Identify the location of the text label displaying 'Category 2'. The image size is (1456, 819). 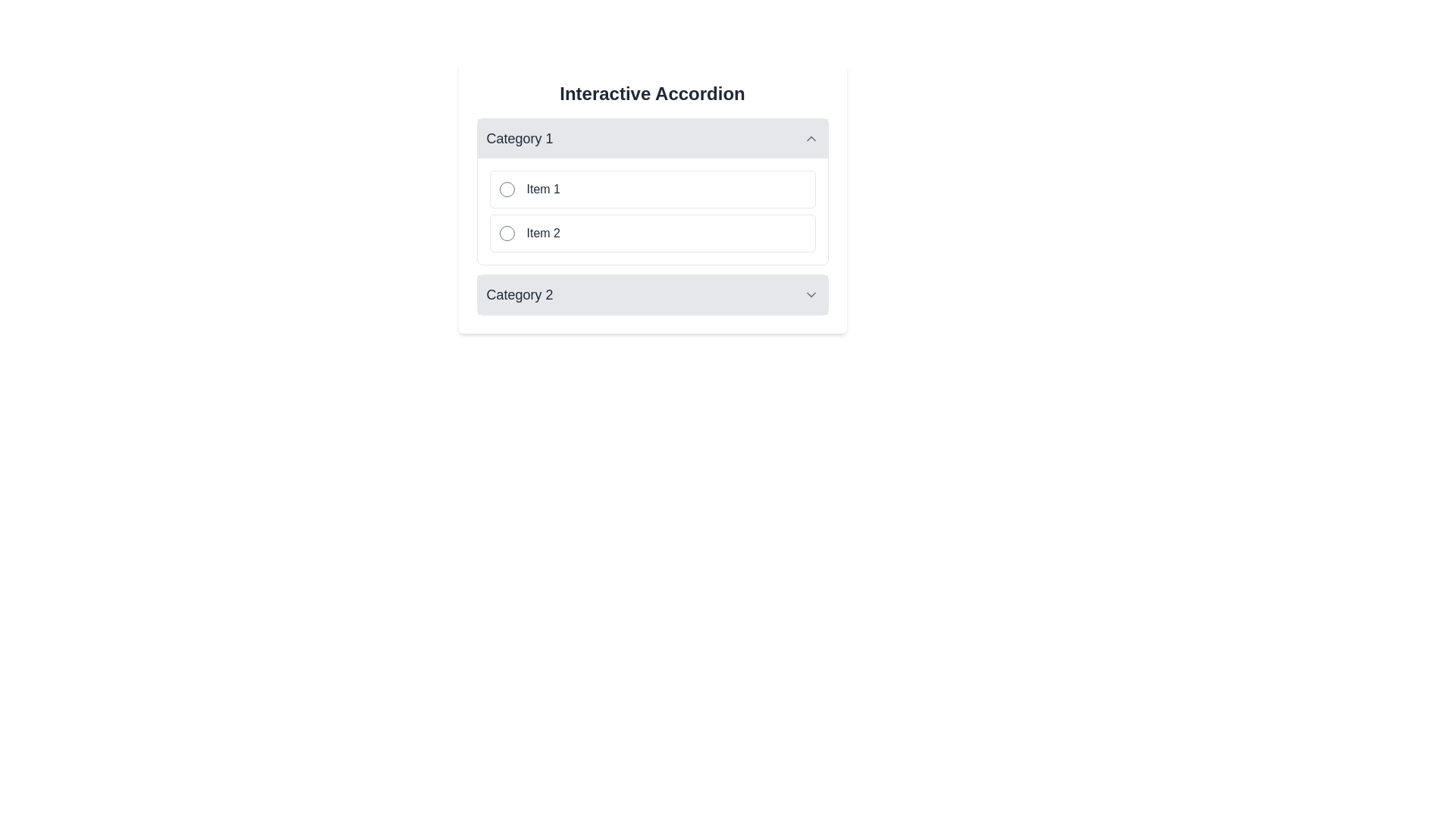
(519, 295).